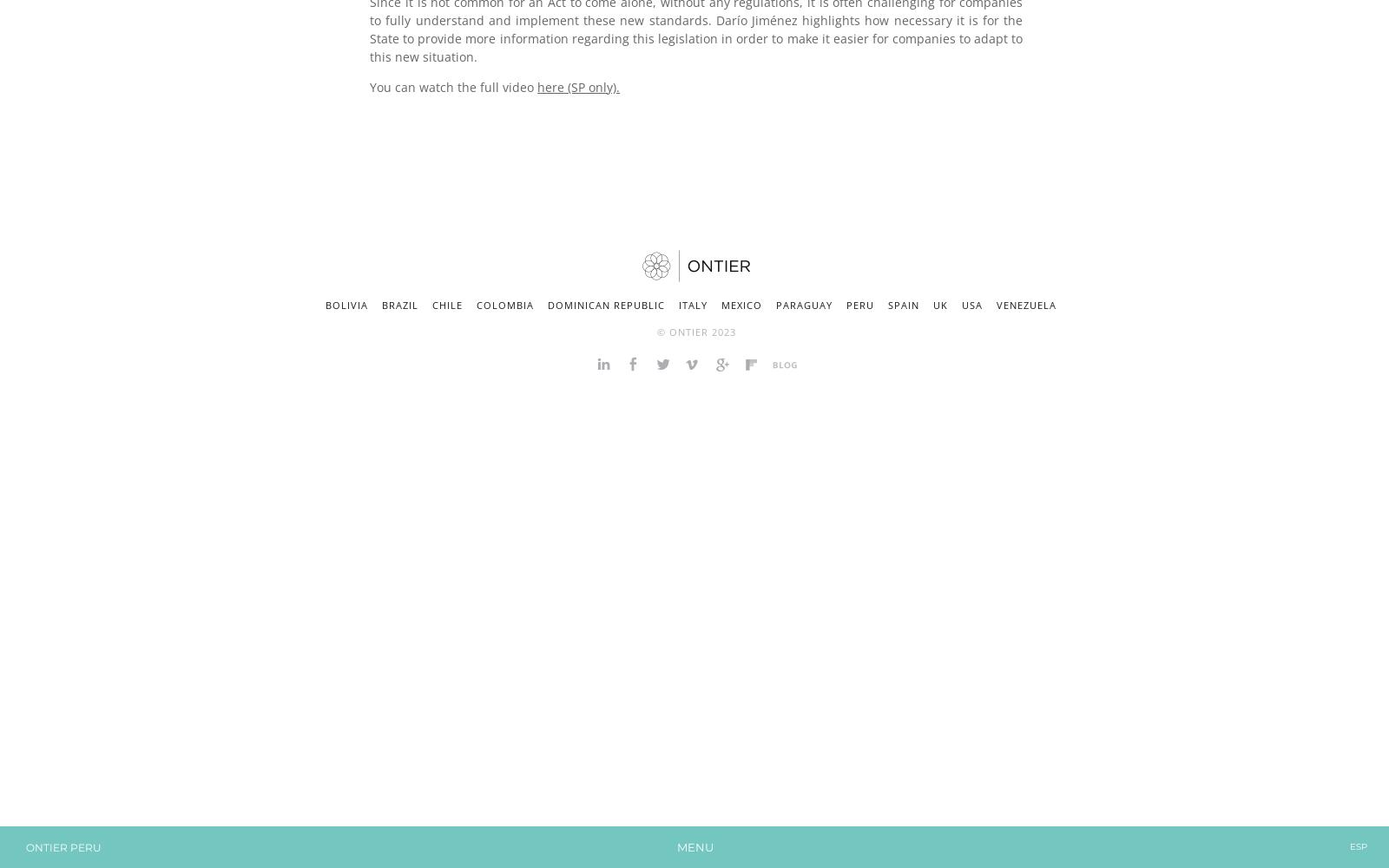 Image resolution: width=1389 pixels, height=868 pixels. I want to click on 'USA', so click(962, 304).